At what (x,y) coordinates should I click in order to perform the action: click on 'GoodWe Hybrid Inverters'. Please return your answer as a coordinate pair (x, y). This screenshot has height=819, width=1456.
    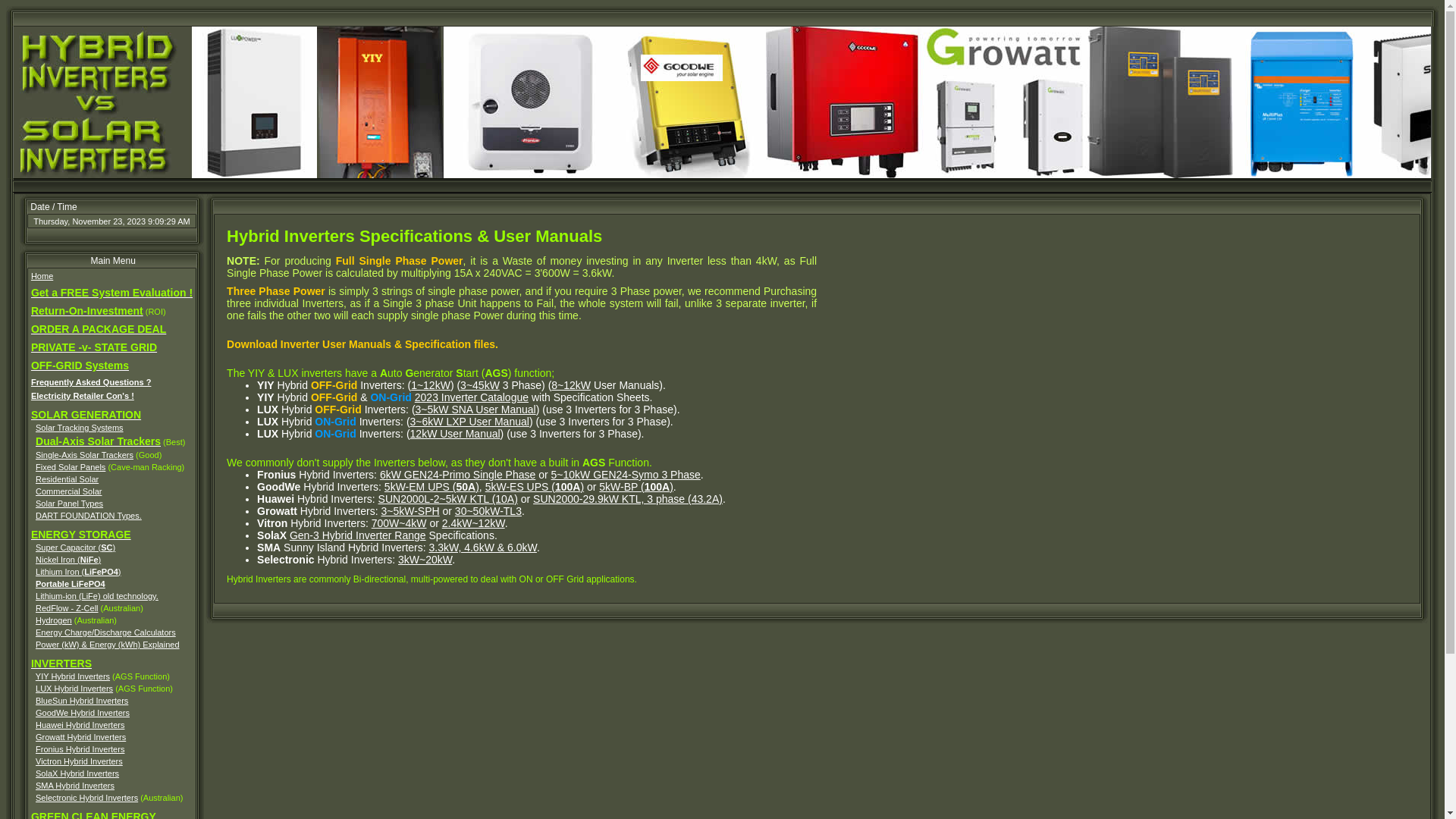
    Looking at the image, I should click on (82, 713).